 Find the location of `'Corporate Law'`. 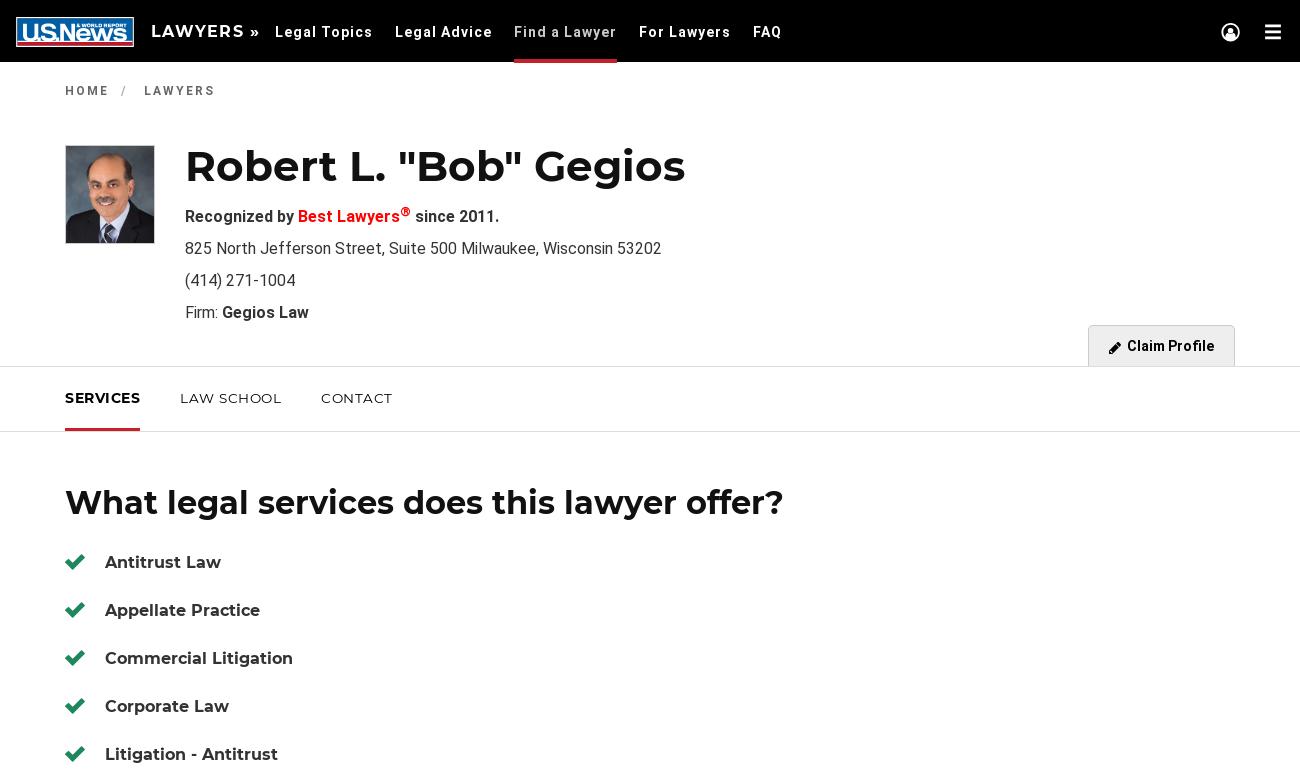

'Corporate Law' is located at coordinates (105, 705).